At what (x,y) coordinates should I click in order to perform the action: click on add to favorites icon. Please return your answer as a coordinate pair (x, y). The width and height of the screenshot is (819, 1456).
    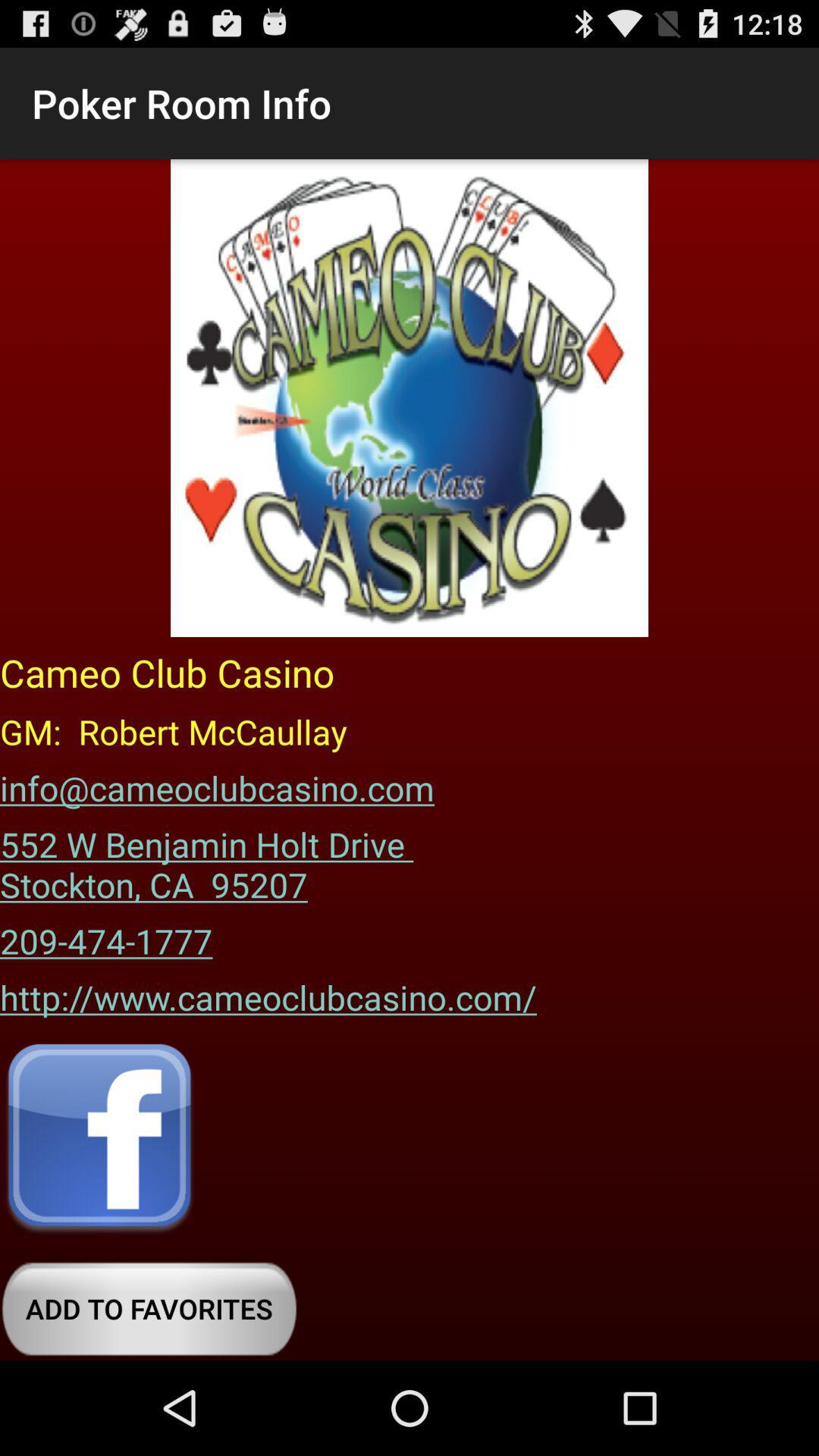
    Looking at the image, I should click on (149, 1308).